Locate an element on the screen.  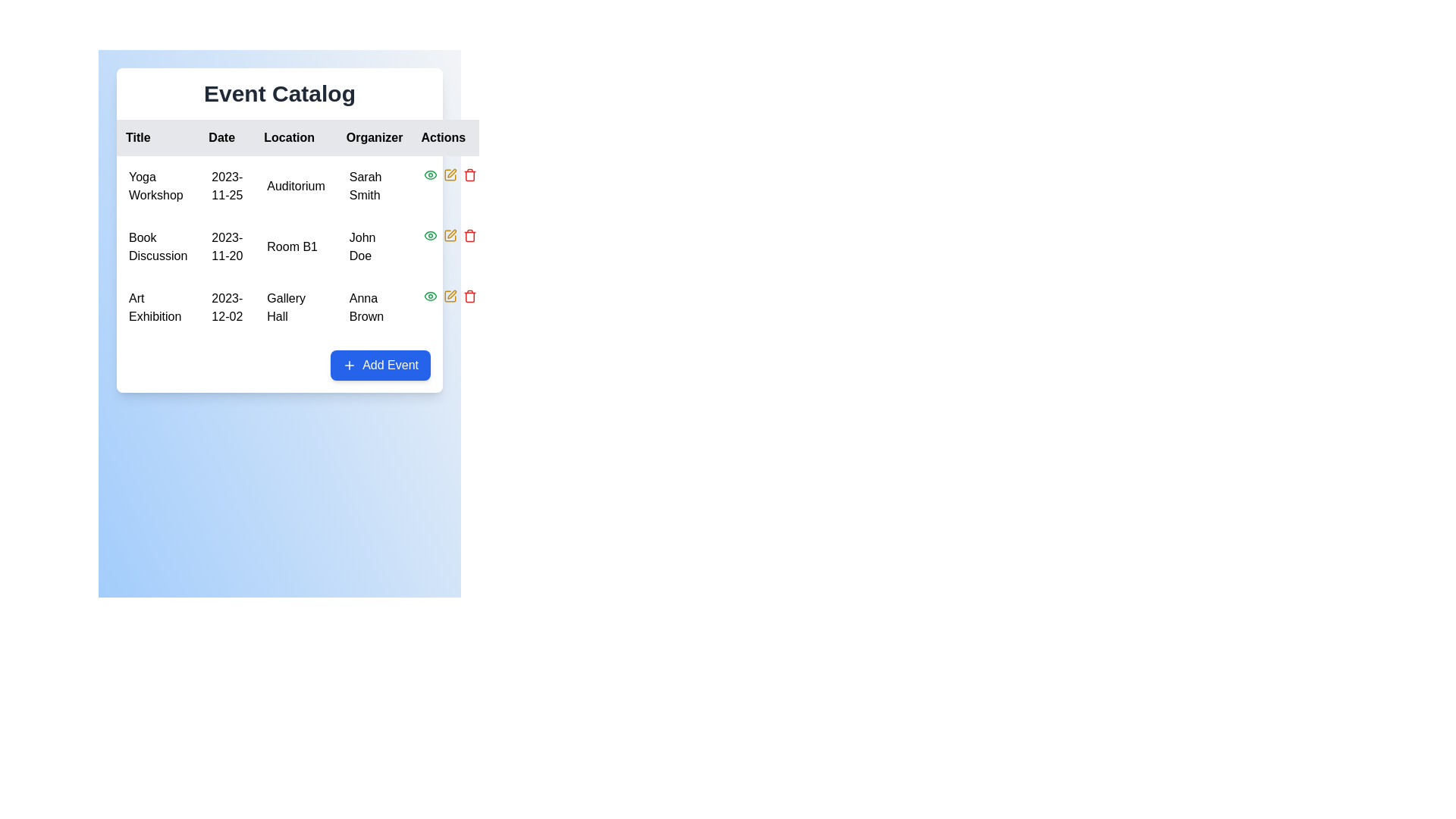
the second row of the table representing the 'Book Discussion' event scheduled for 2023-11-20 in Room B1, organized by John Doe is located at coordinates (303, 246).